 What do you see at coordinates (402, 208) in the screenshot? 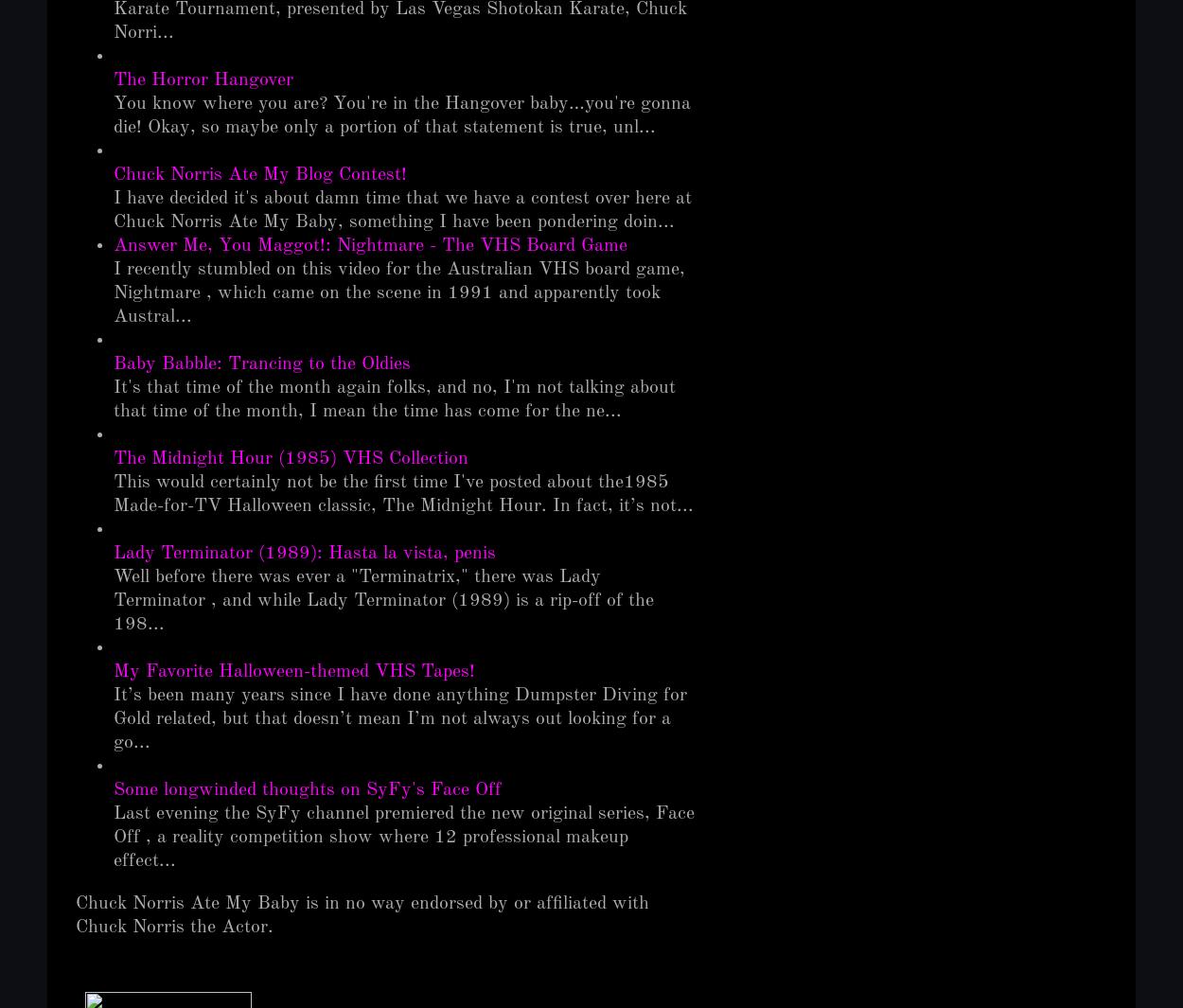
I see `'I have decided it's about damn time that we have a contest over here at Chuck Norris Ate My Baby, something I have been pondering doin...'` at bounding box center [402, 208].